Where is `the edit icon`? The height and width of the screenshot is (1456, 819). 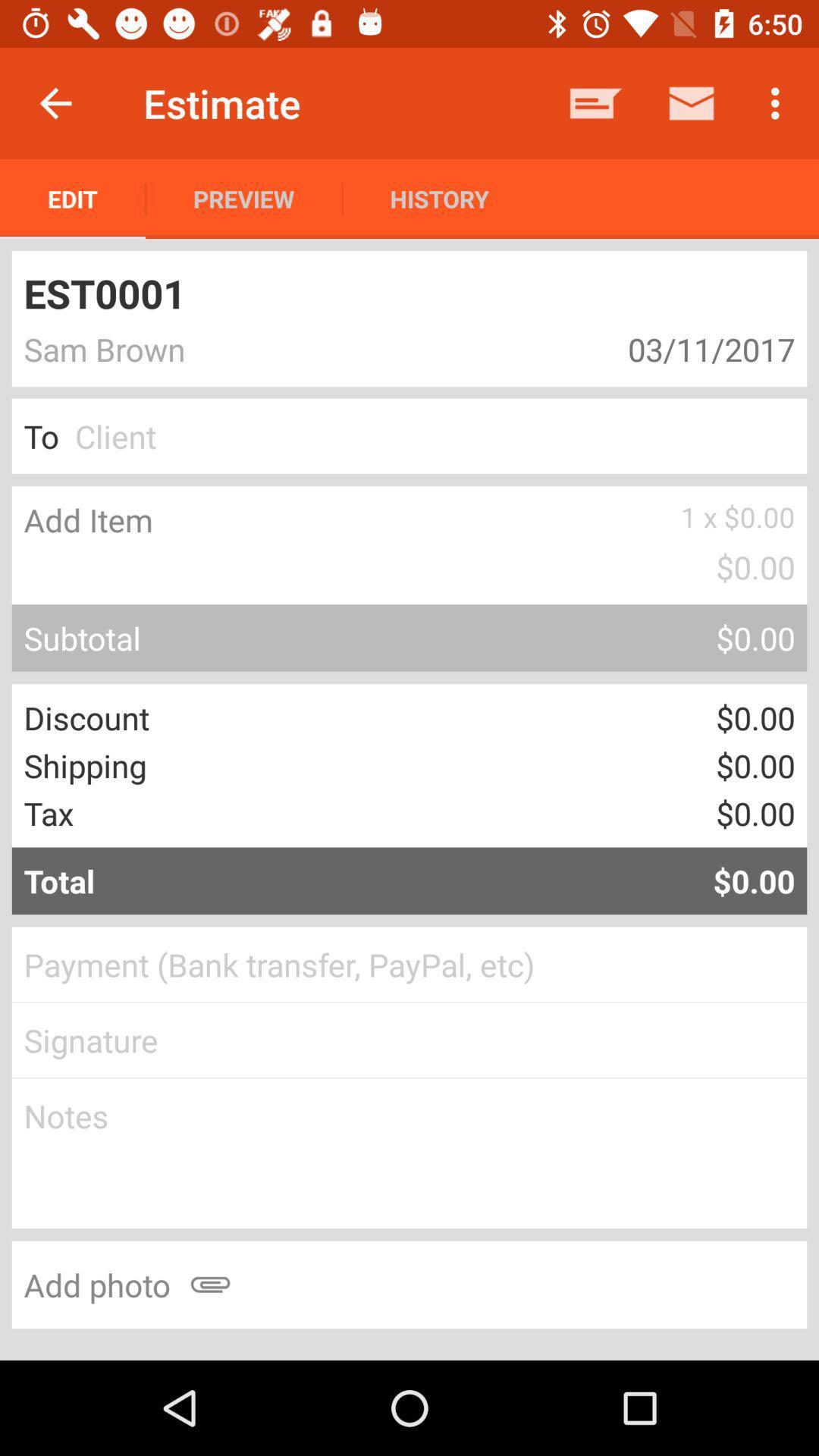 the edit icon is located at coordinates (73, 198).